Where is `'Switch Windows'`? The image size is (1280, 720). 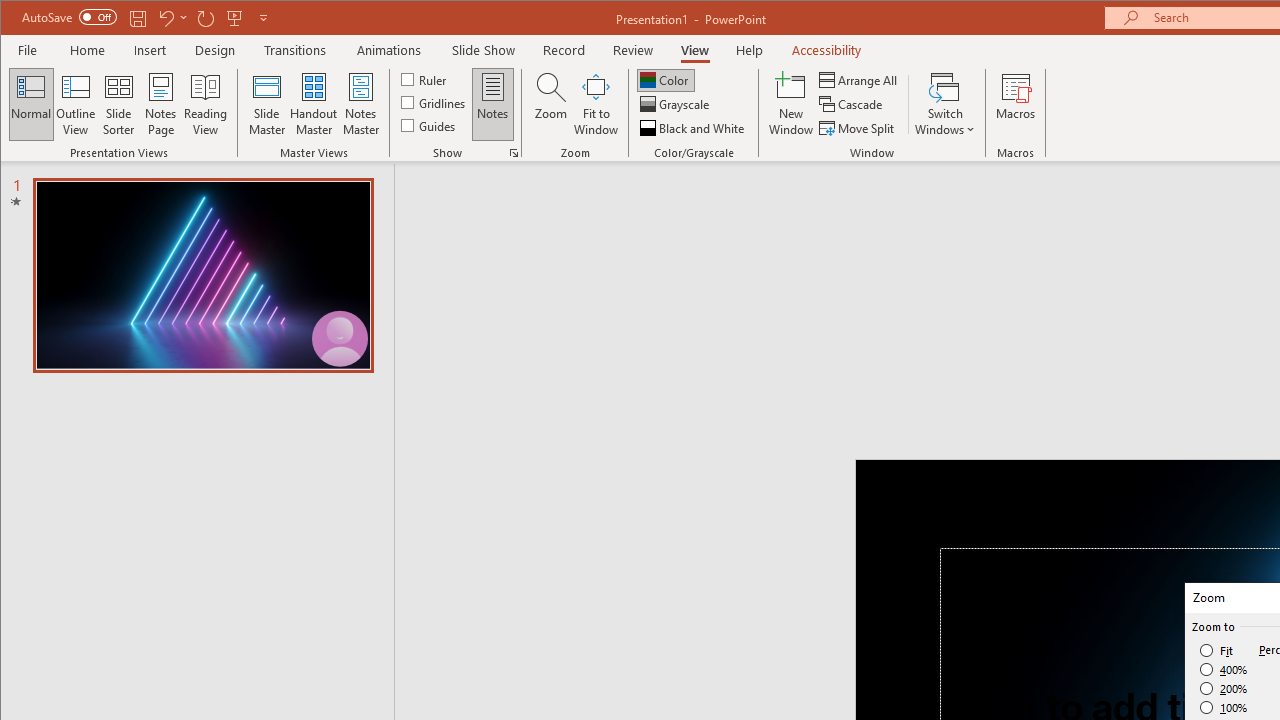
'Switch Windows' is located at coordinates (944, 104).